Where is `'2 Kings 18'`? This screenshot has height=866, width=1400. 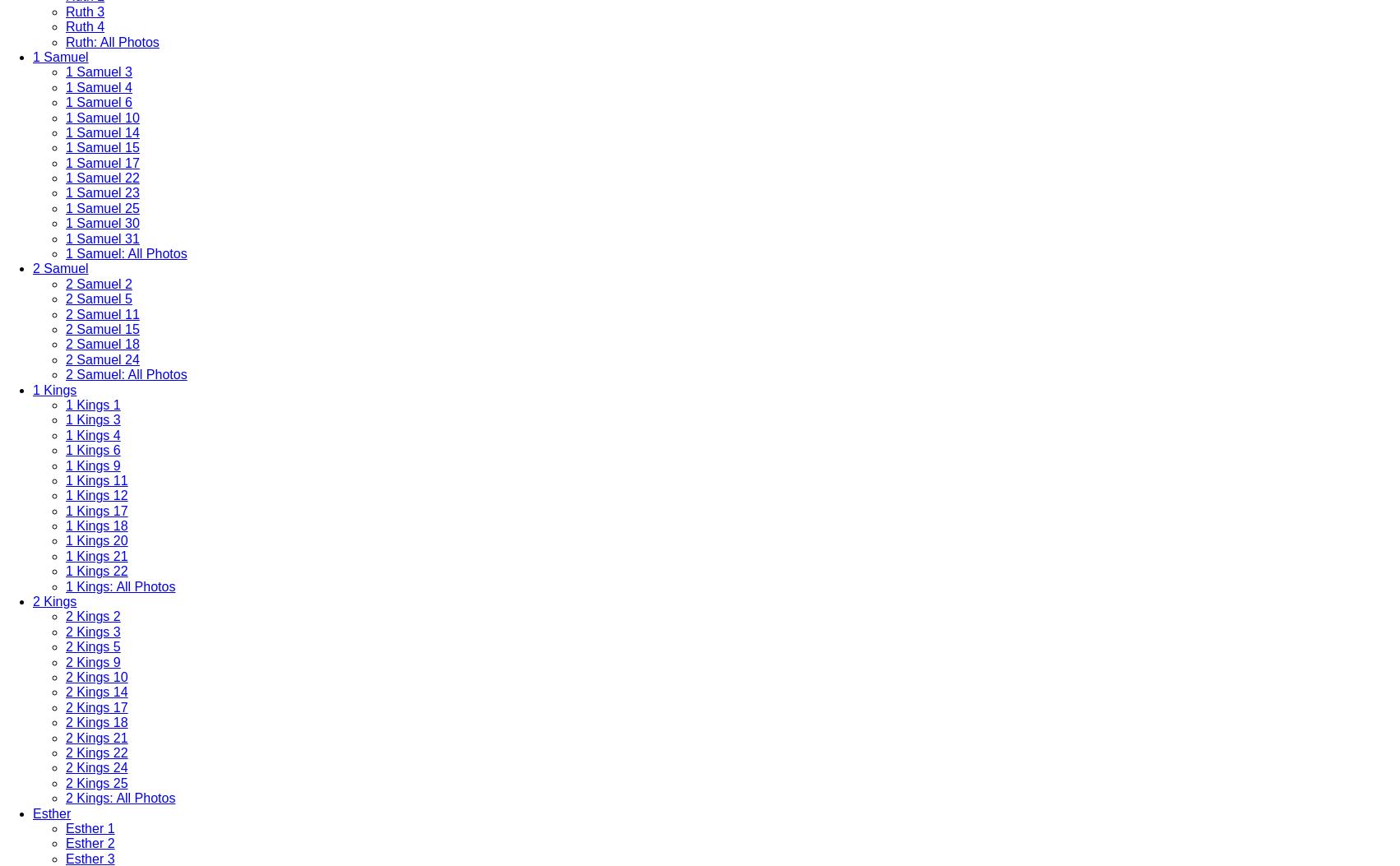 '2 Kings 18' is located at coordinates (96, 722).